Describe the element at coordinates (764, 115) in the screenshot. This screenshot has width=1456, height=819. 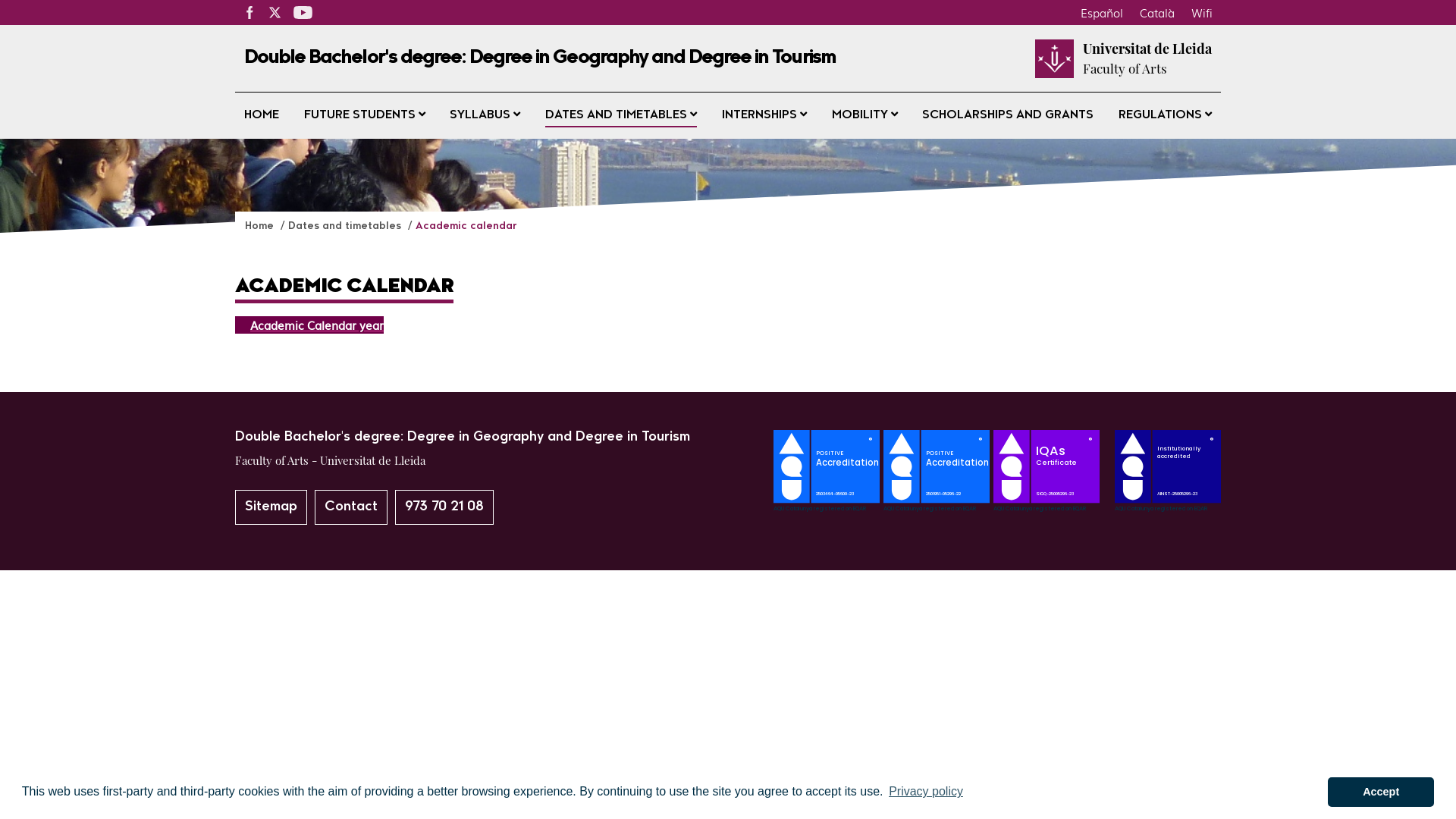
I see `'INTERNSHIPS'` at that location.